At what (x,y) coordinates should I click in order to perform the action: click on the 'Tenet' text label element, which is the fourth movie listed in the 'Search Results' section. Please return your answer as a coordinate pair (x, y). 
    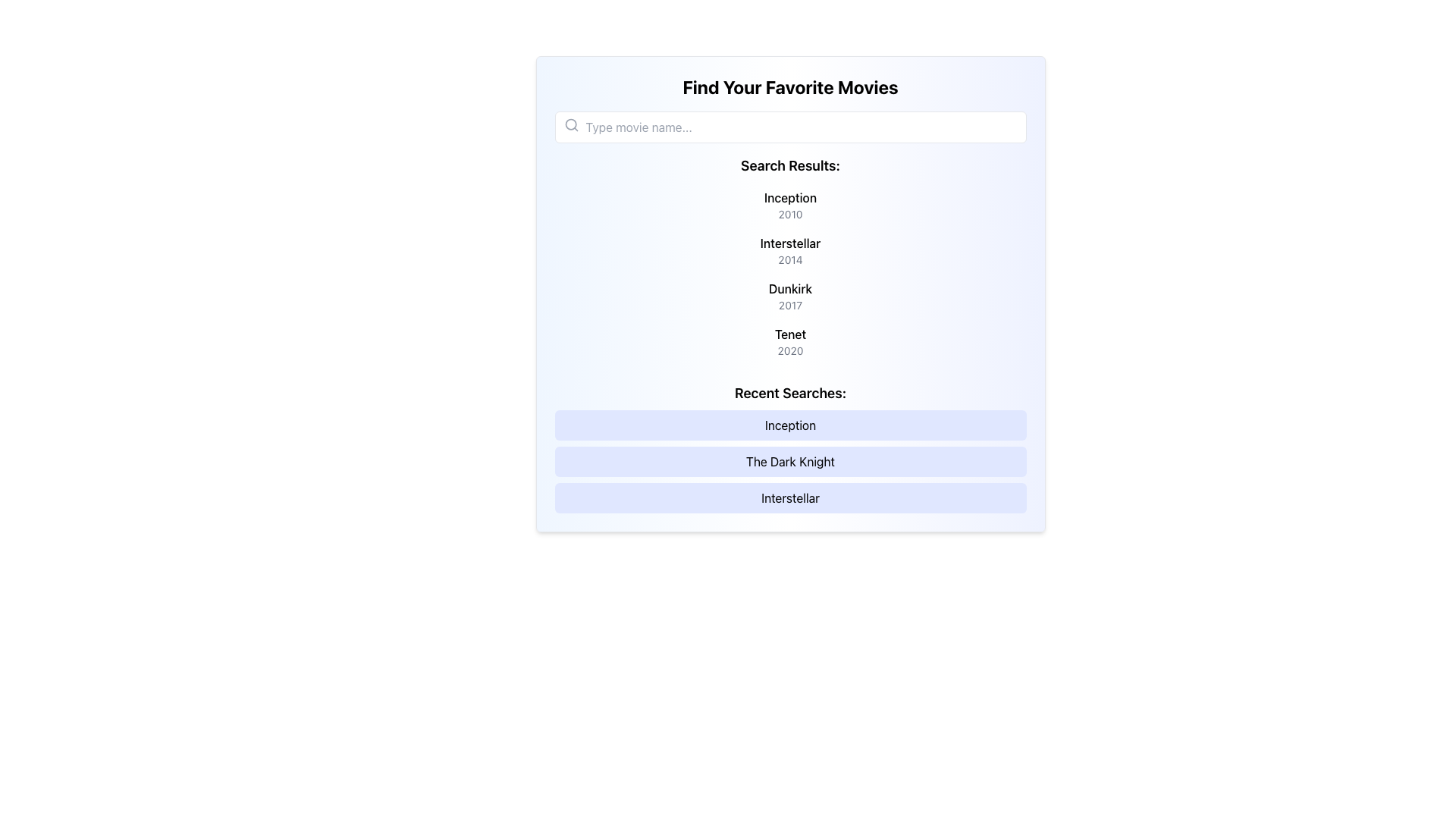
    Looking at the image, I should click on (789, 333).